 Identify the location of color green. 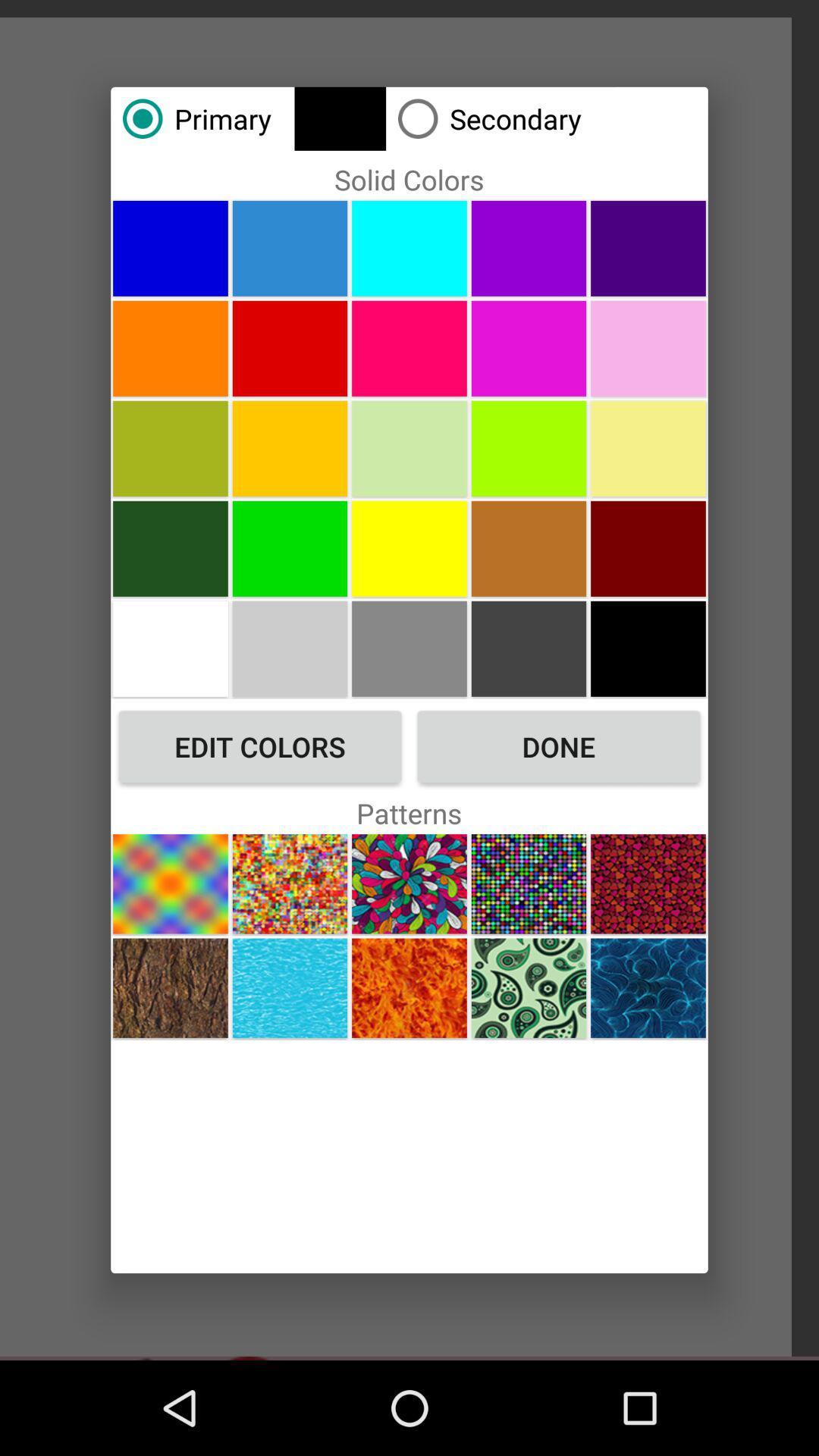
(290, 548).